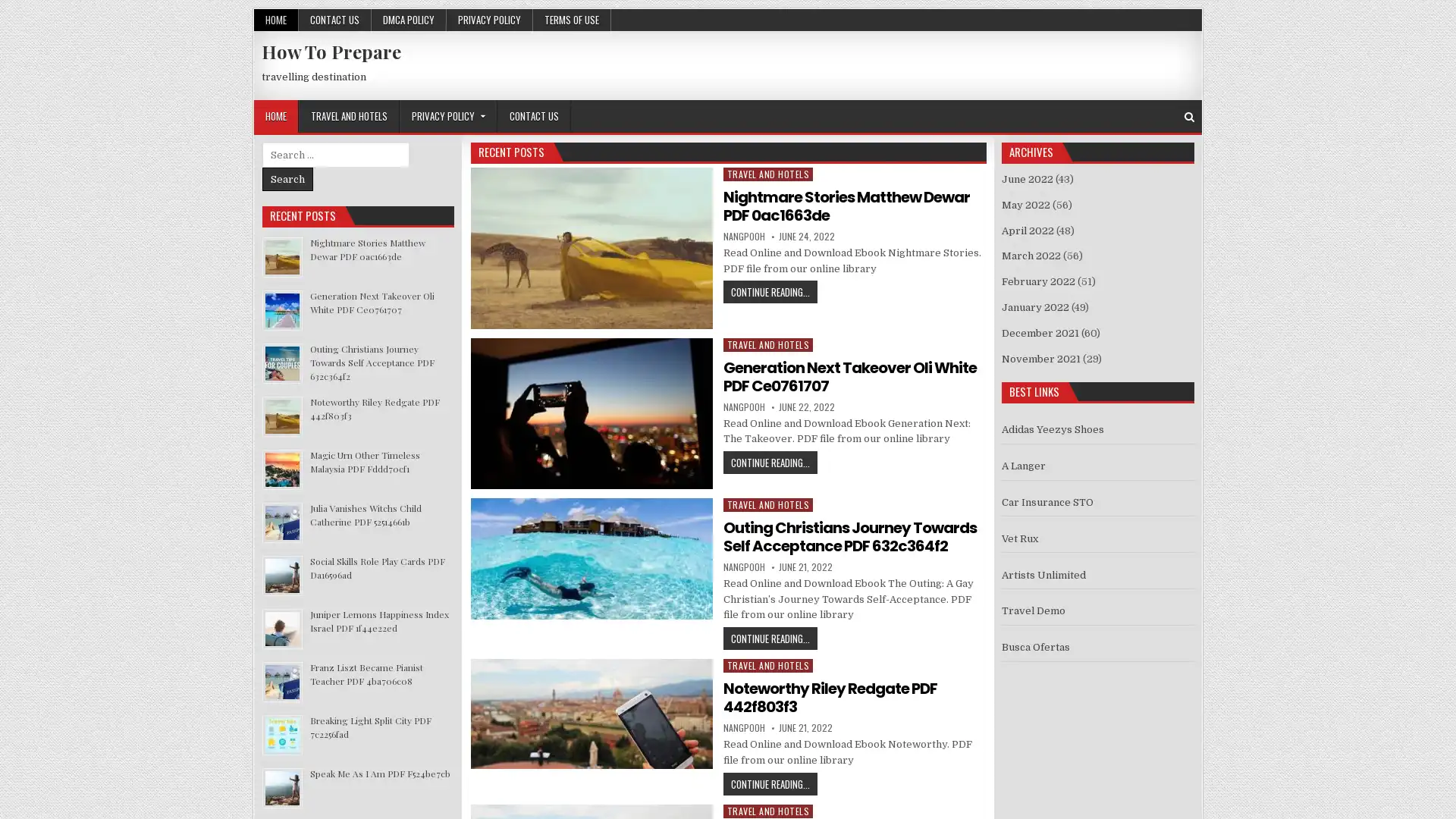  What do you see at coordinates (287, 178) in the screenshot?
I see `Search` at bounding box center [287, 178].